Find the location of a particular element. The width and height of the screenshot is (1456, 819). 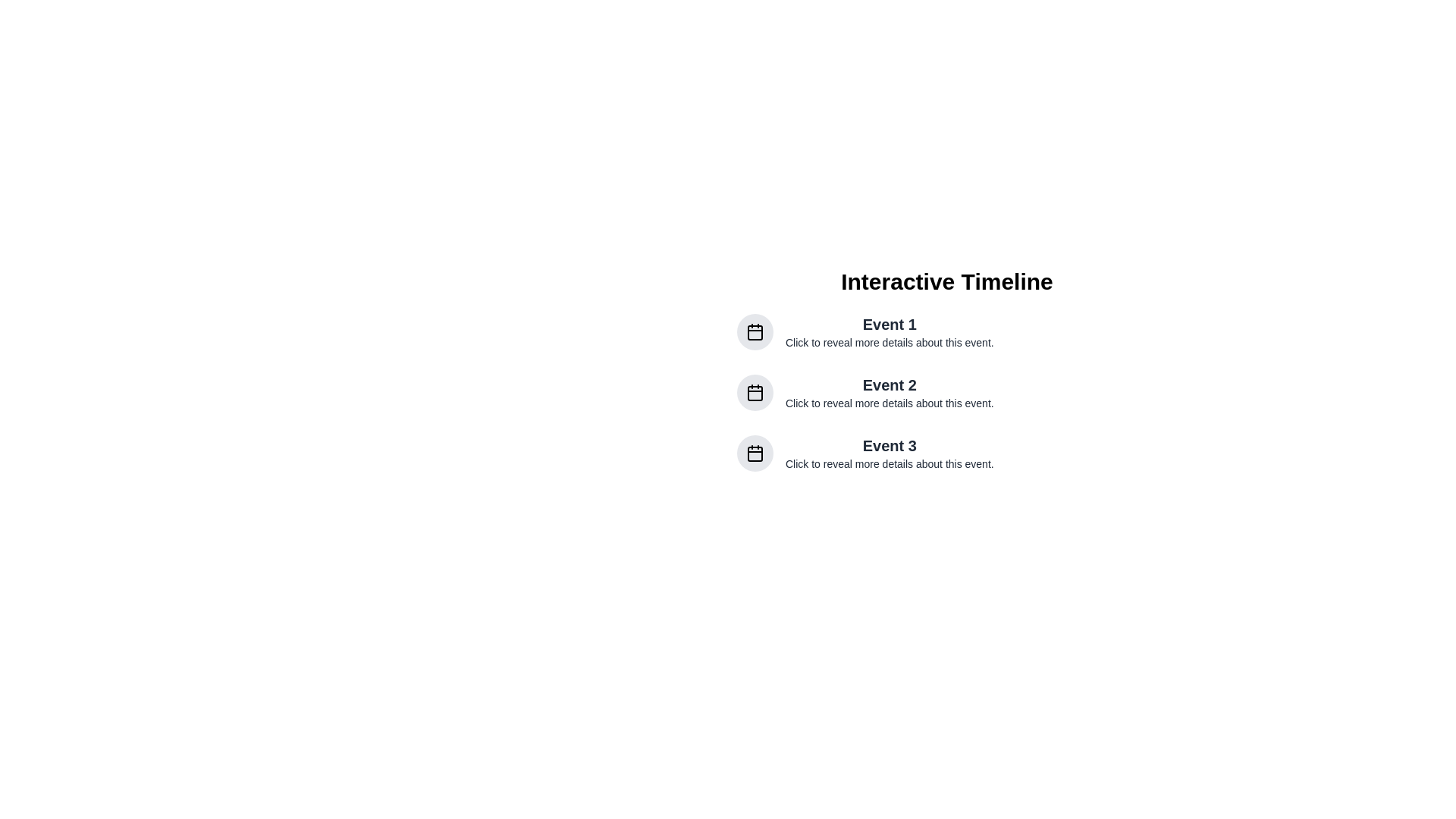

the rounded rectangle inside the calendar icon associated with the second event in the timeline, which has a light grey background is located at coordinates (755, 393).